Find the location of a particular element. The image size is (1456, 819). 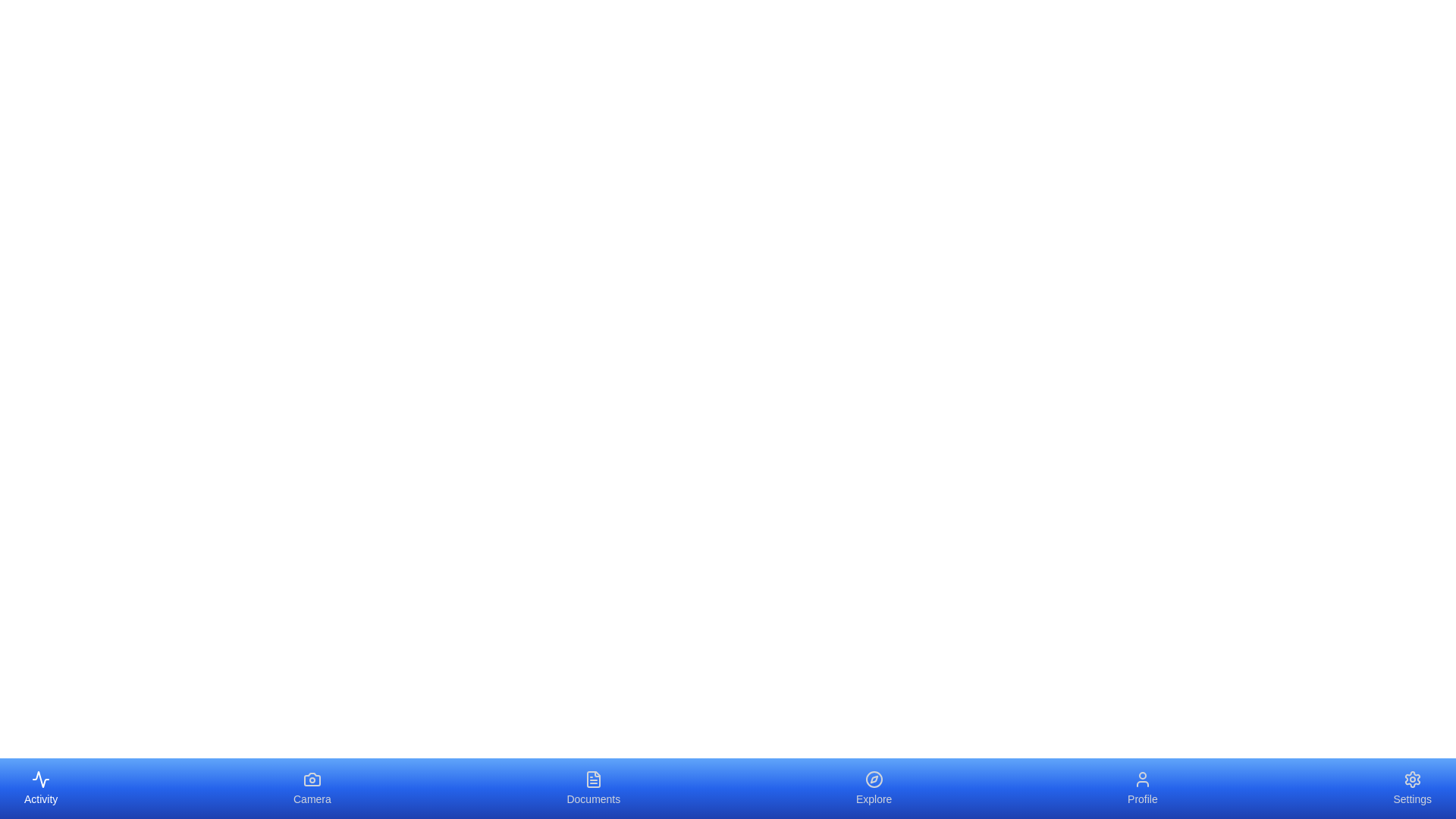

the tab labeled Profile is located at coordinates (1142, 788).